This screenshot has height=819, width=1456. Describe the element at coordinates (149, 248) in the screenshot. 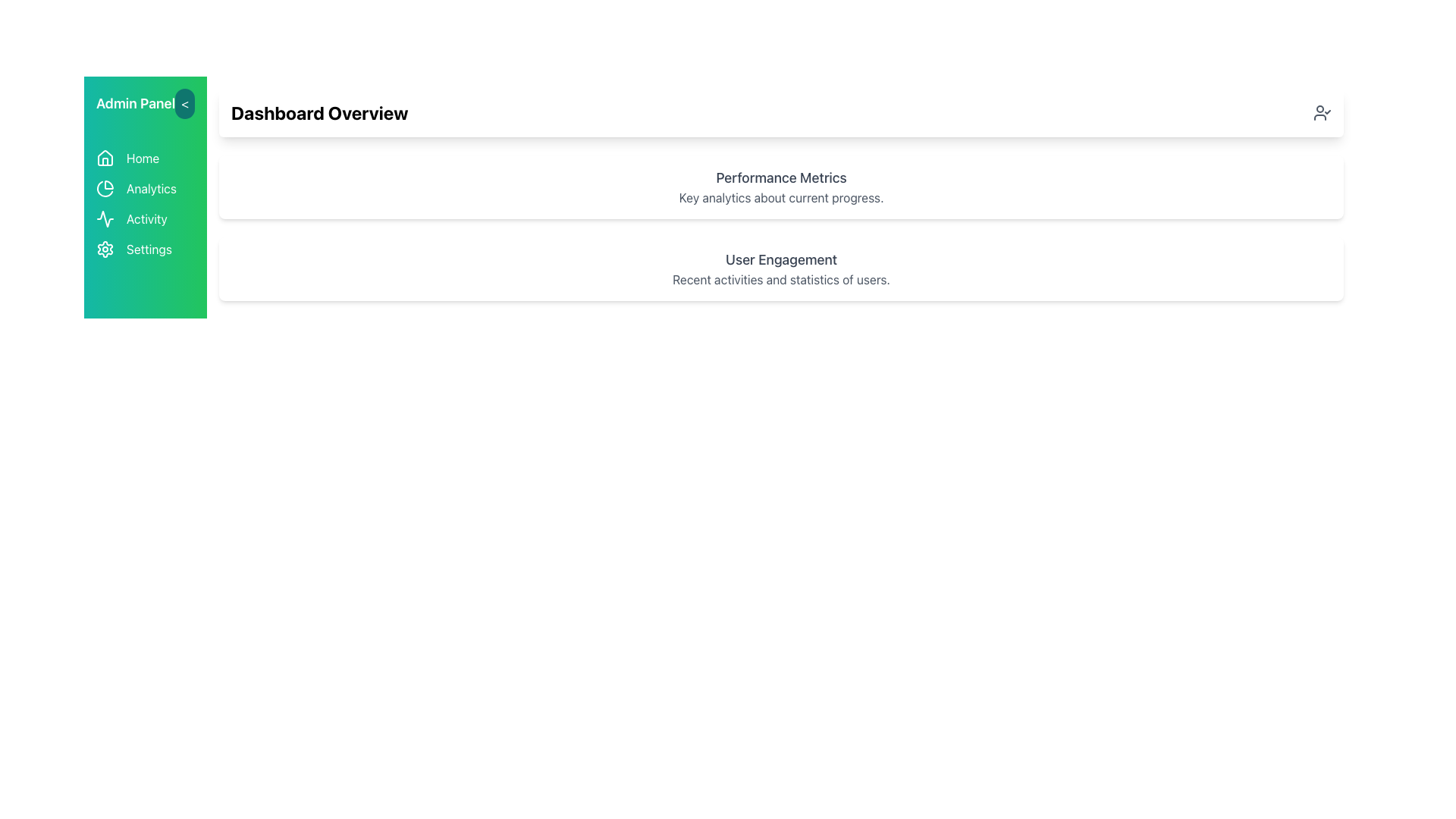

I see `the 'Settings' text label, which is the fourth item in the sidebar menu` at that location.